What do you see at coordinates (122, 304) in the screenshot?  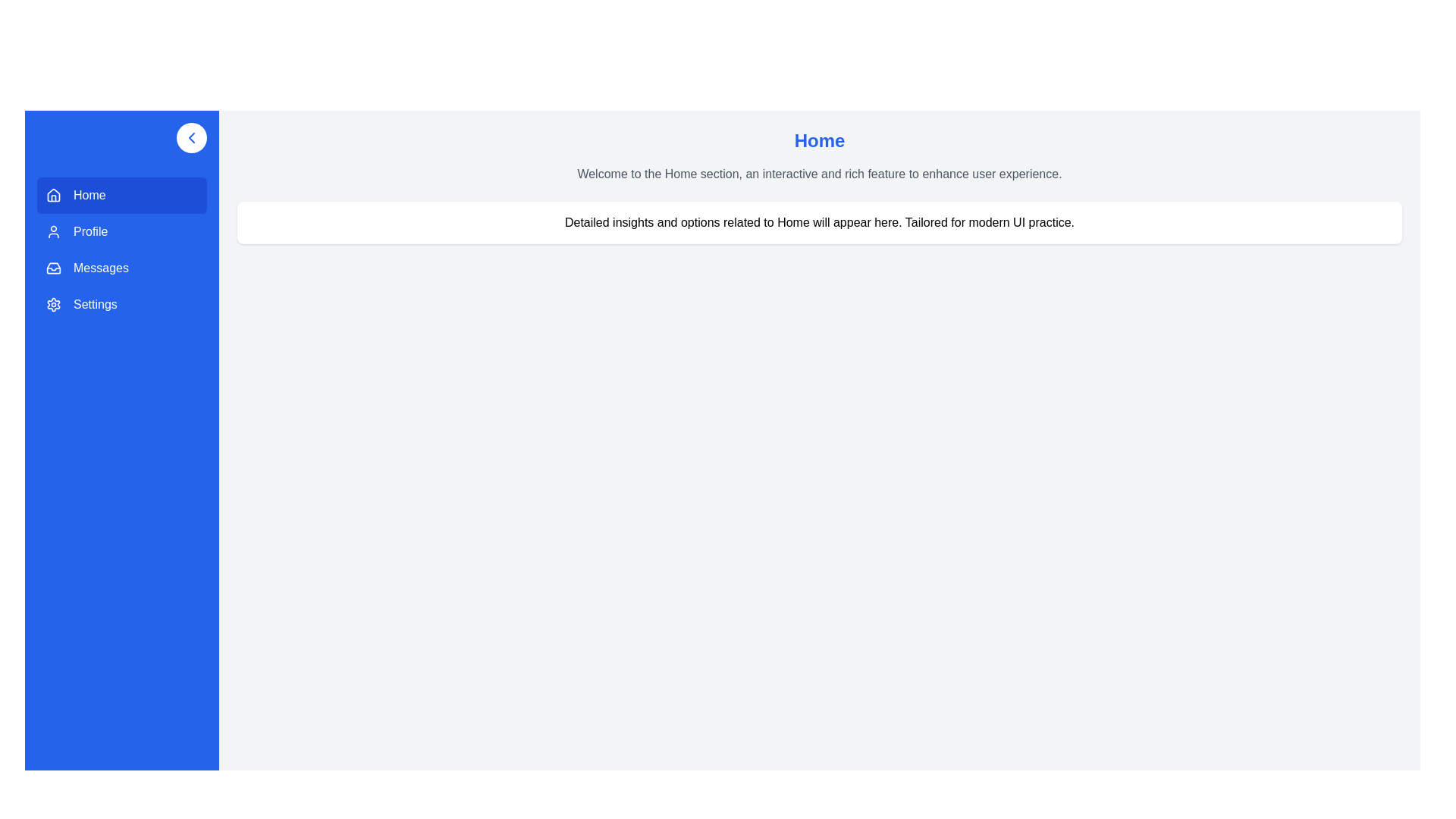 I see `the menu item Settings to navigate to its section` at bounding box center [122, 304].